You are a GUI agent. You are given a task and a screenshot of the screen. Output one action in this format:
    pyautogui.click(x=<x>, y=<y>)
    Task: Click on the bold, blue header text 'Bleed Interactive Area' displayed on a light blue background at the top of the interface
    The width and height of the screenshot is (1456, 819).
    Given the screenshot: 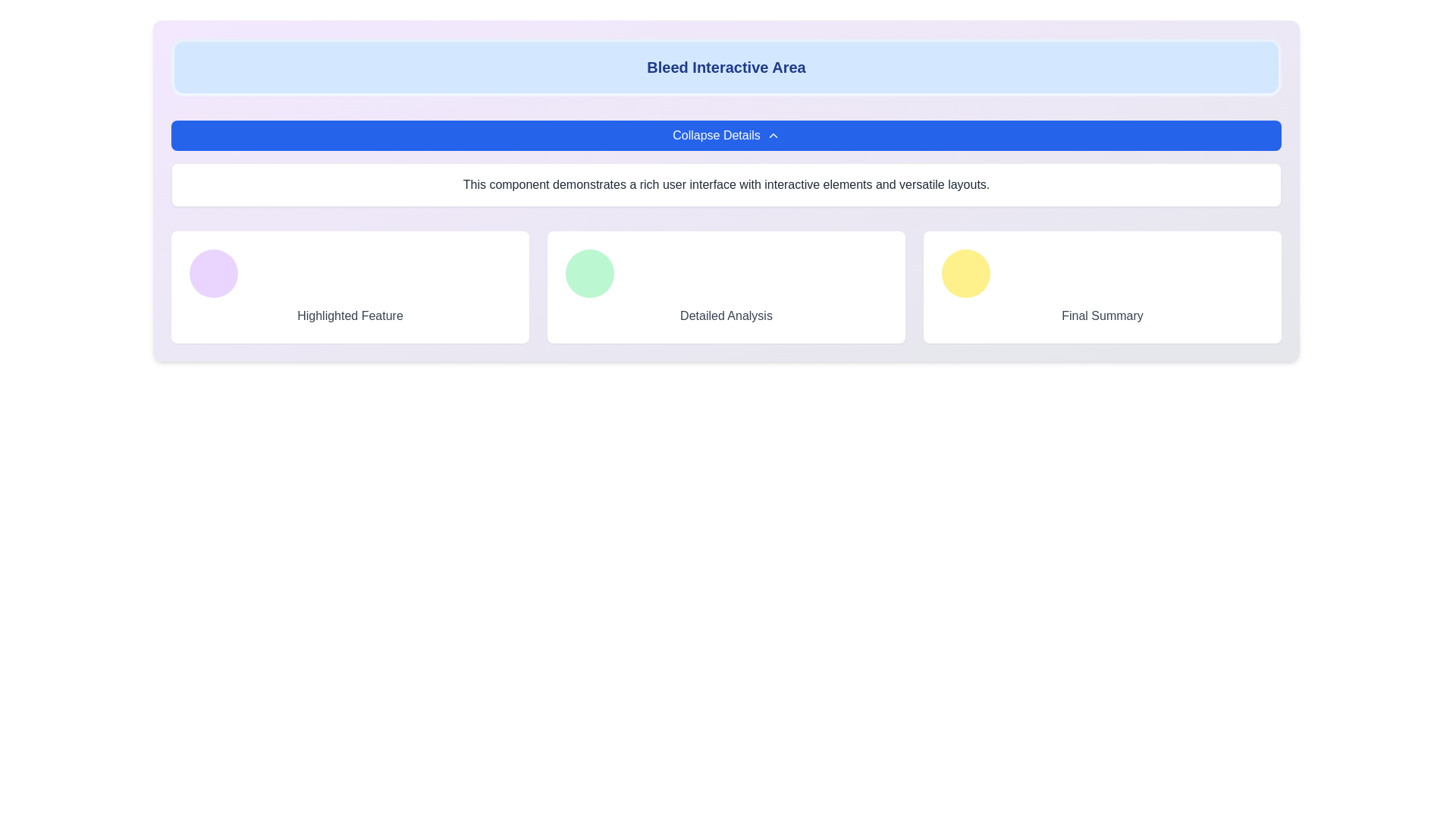 What is the action you would take?
    pyautogui.click(x=726, y=66)
    